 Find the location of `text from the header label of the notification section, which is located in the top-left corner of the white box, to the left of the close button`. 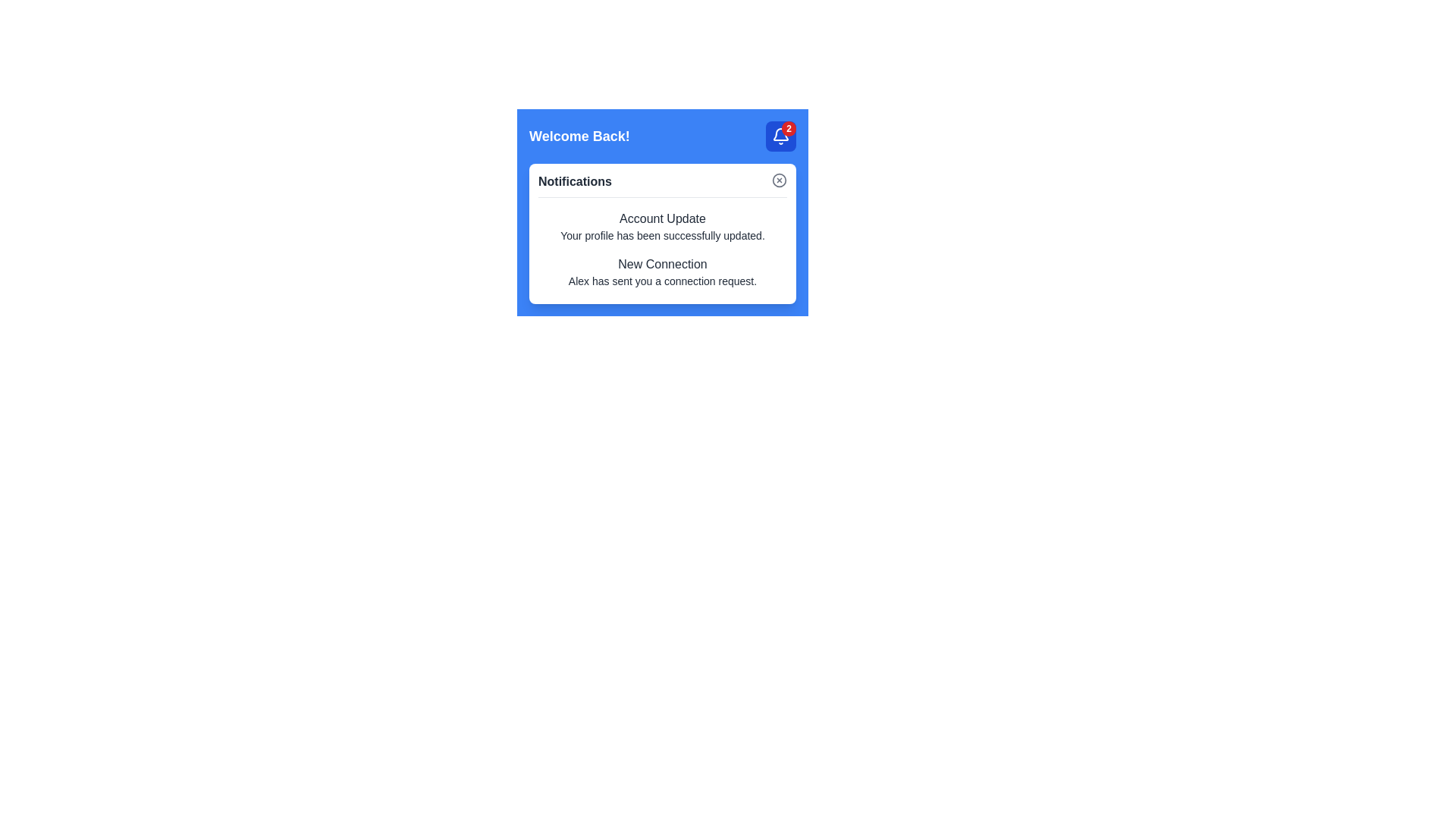

text from the header label of the notification section, which is located in the top-left corner of the white box, to the left of the close button is located at coordinates (574, 180).